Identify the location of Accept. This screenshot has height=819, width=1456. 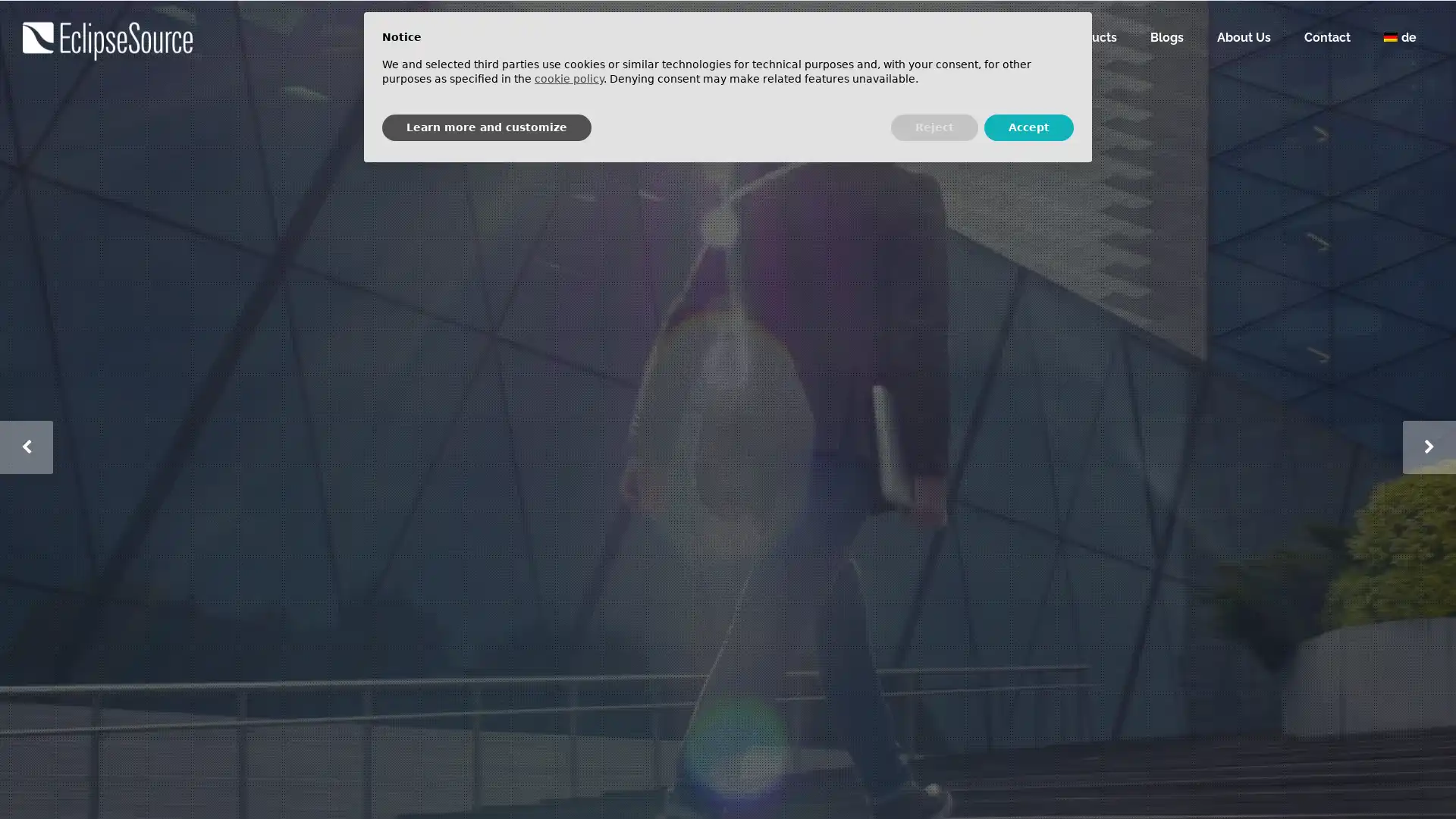
(1029, 127).